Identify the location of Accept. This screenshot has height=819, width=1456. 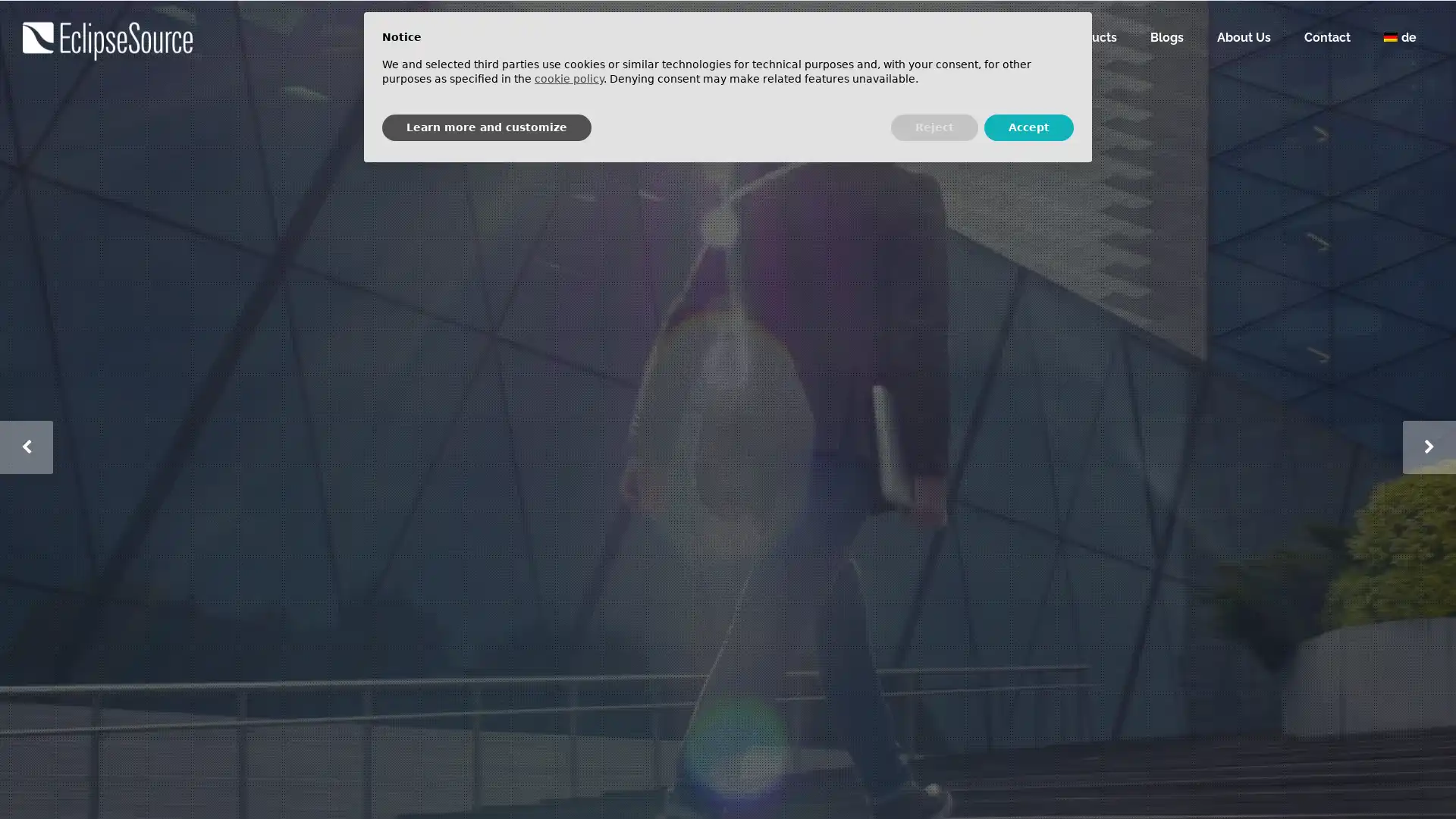
(1029, 127).